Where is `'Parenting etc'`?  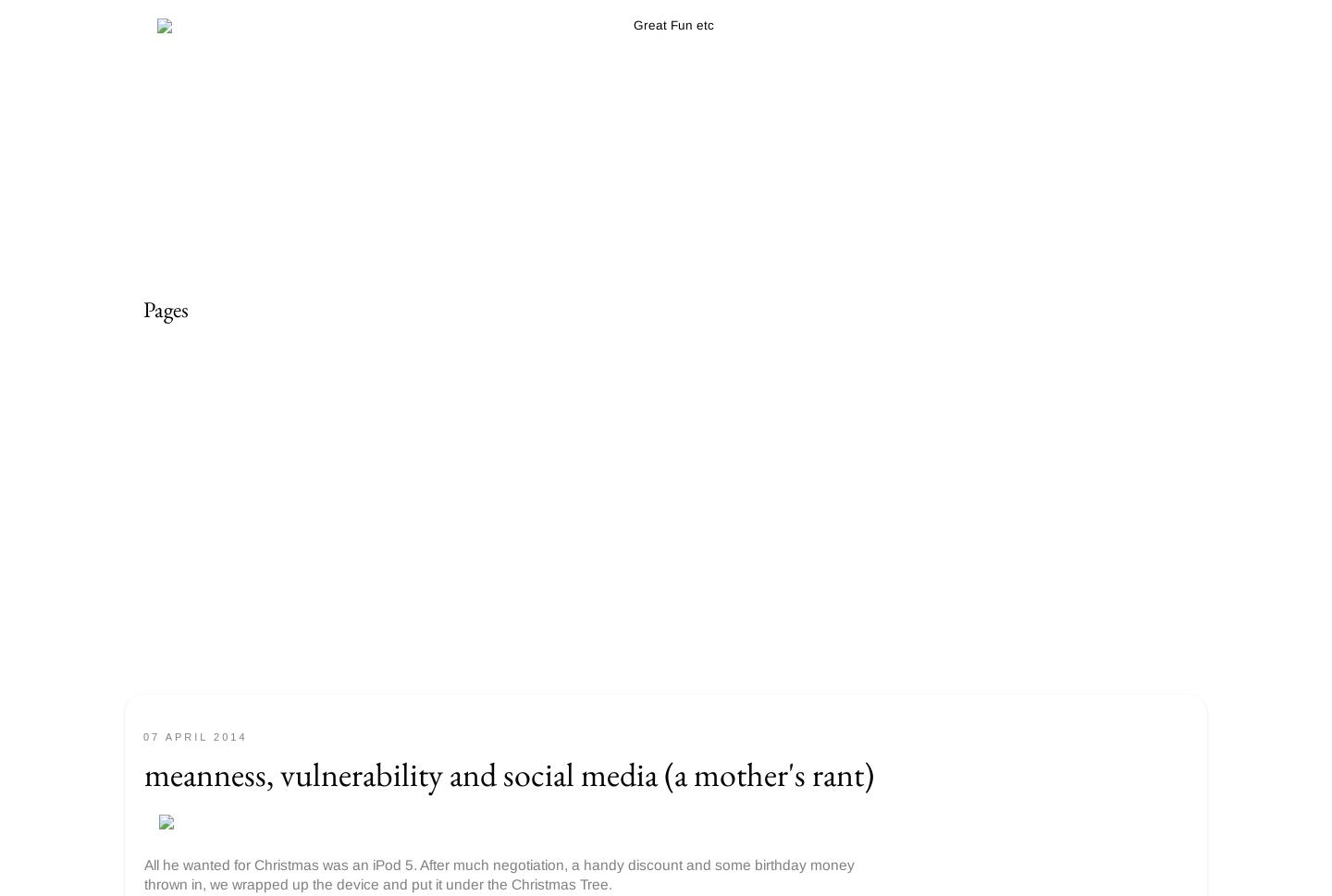
'Parenting etc' is located at coordinates (191, 414).